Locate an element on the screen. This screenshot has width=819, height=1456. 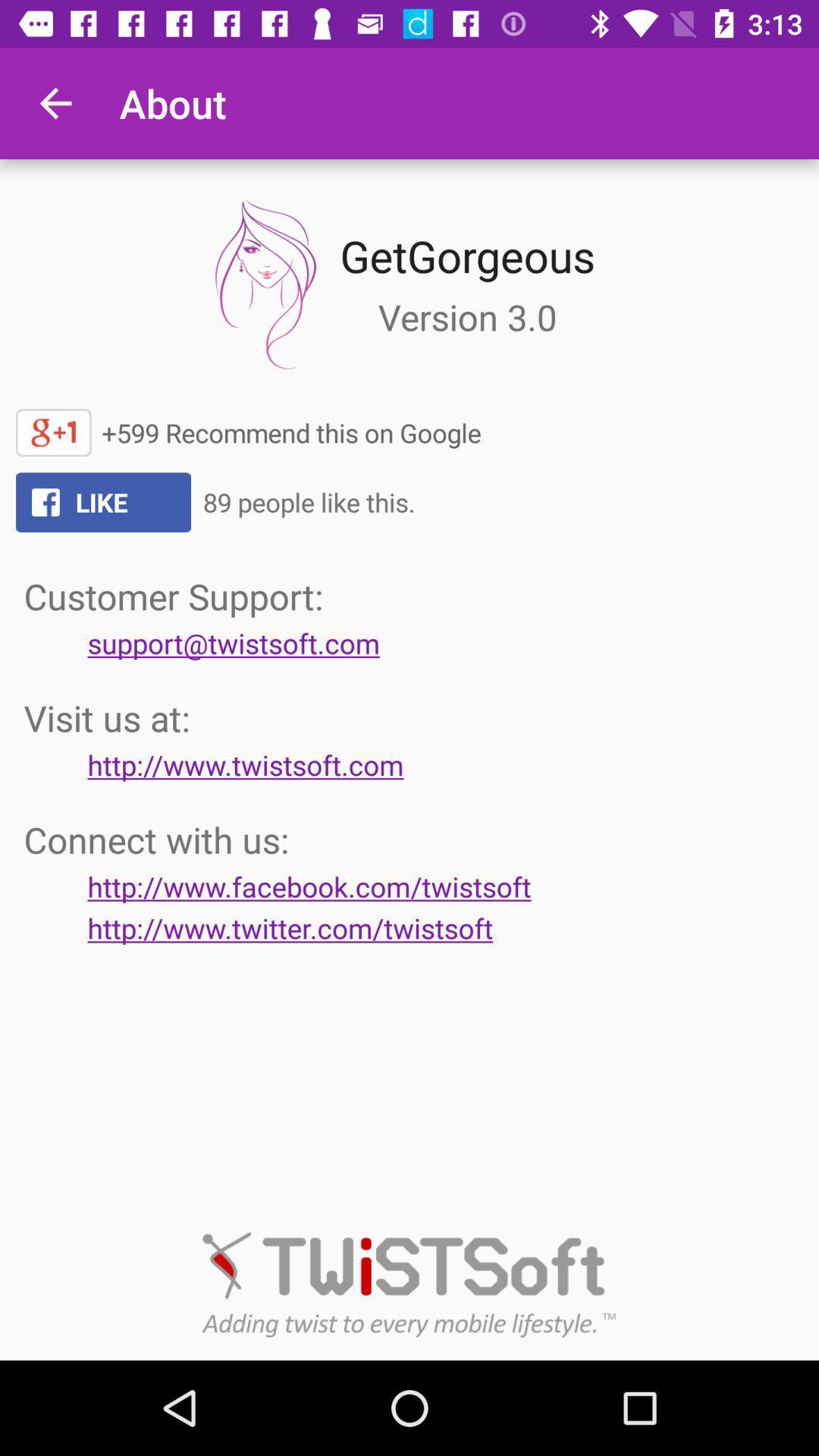
the text like is located at coordinates (102, 502).